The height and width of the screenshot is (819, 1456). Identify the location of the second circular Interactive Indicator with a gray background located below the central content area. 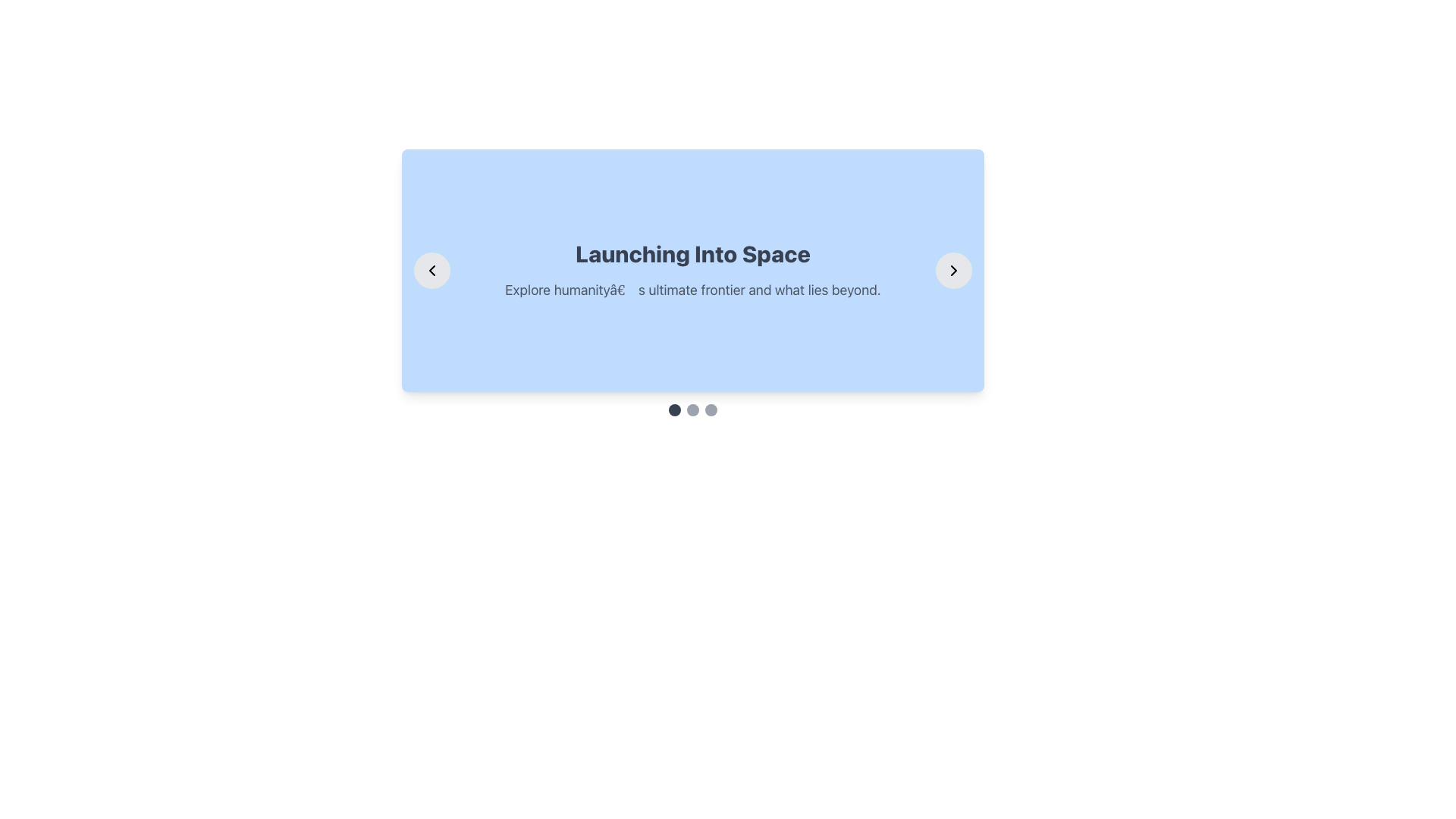
(692, 409).